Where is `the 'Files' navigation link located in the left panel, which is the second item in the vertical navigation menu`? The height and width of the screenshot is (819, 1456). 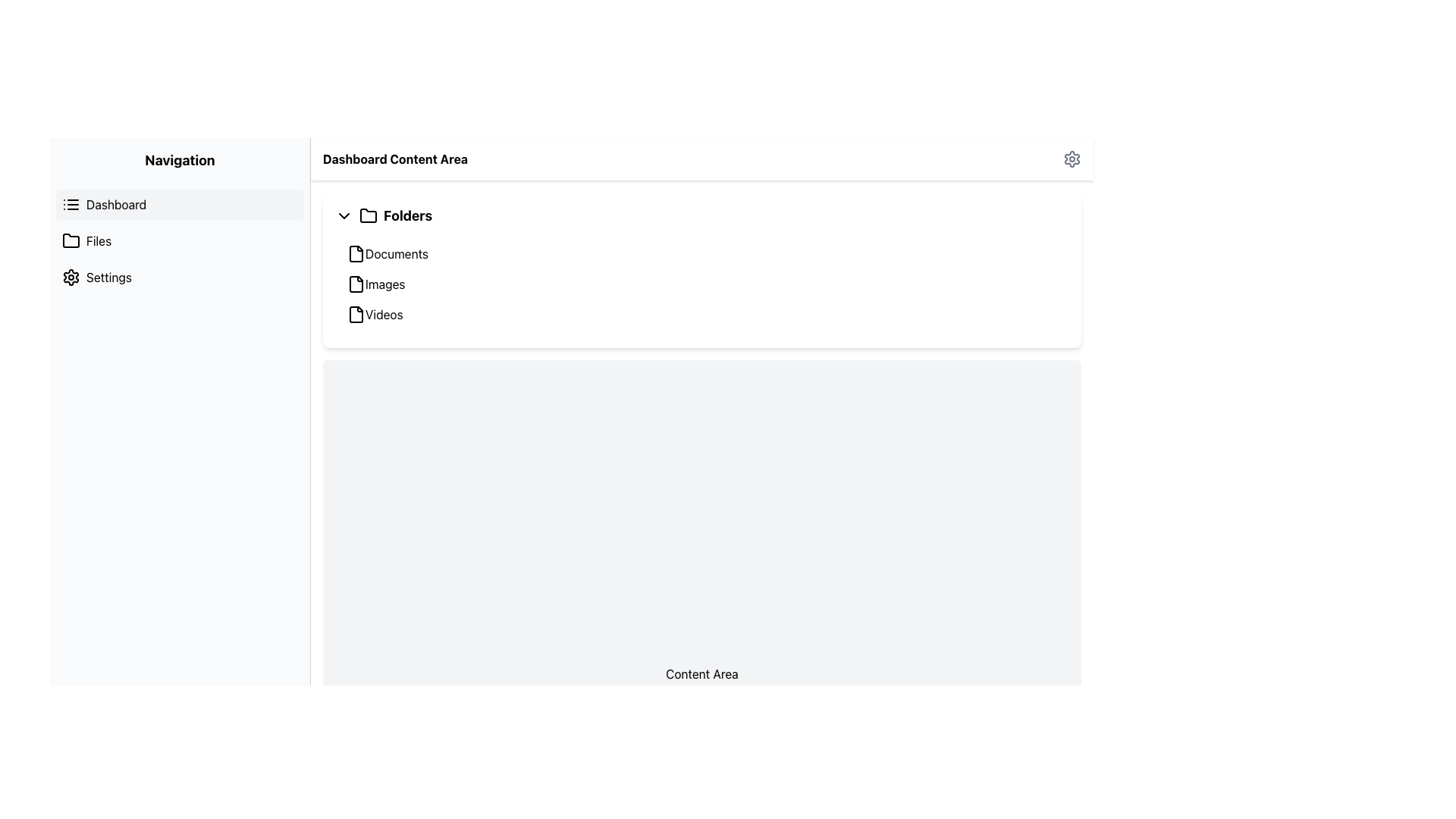
the 'Files' navigation link located in the left panel, which is the second item in the vertical navigation menu is located at coordinates (180, 240).